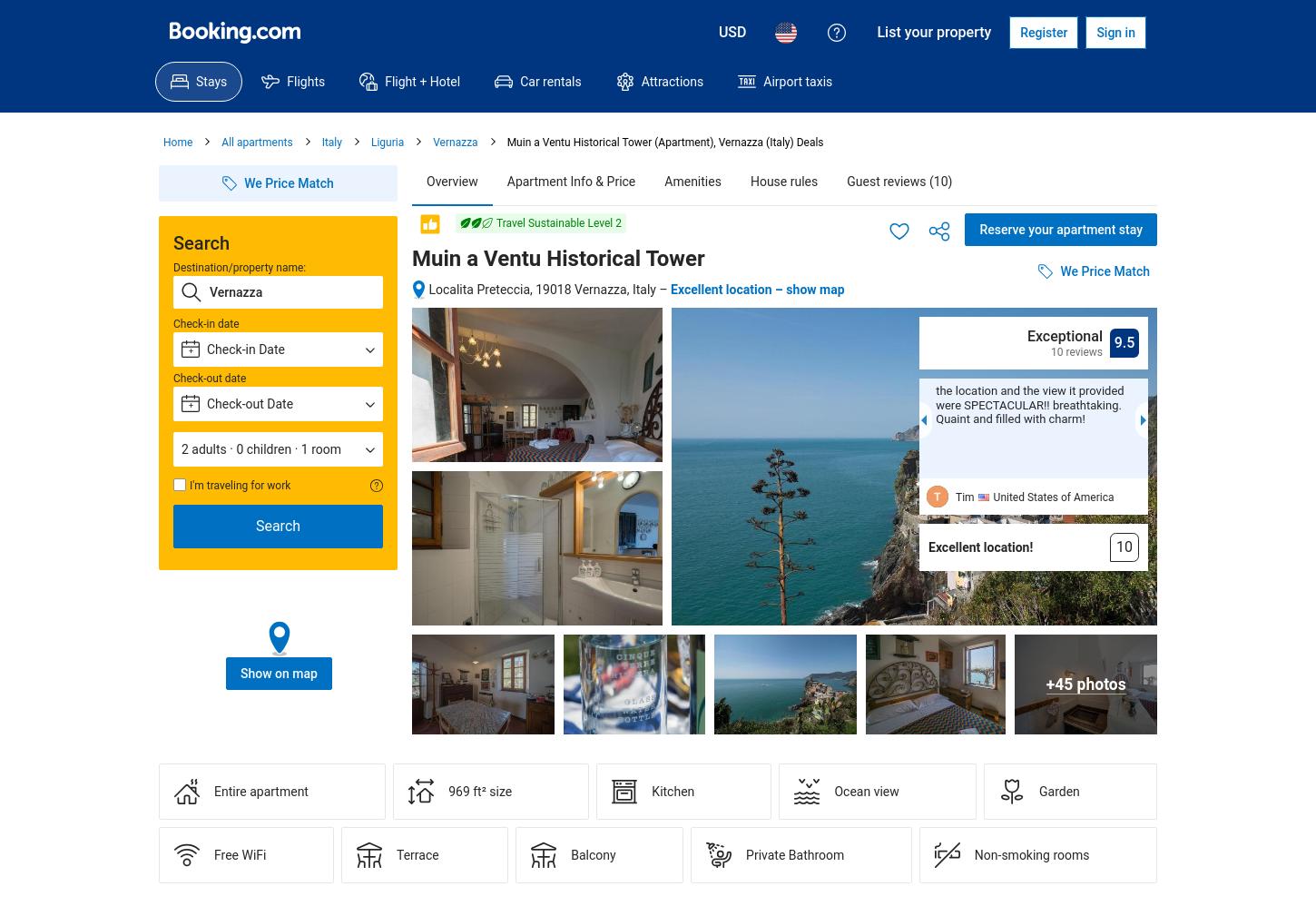 The width and height of the screenshot is (1316, 906). Describe the element at coordinates (664, 141) in the screenshot. I see `'Muin a Ventu Historical Tower (Apartment), Vernazza (Italy) Deals'` at that location.